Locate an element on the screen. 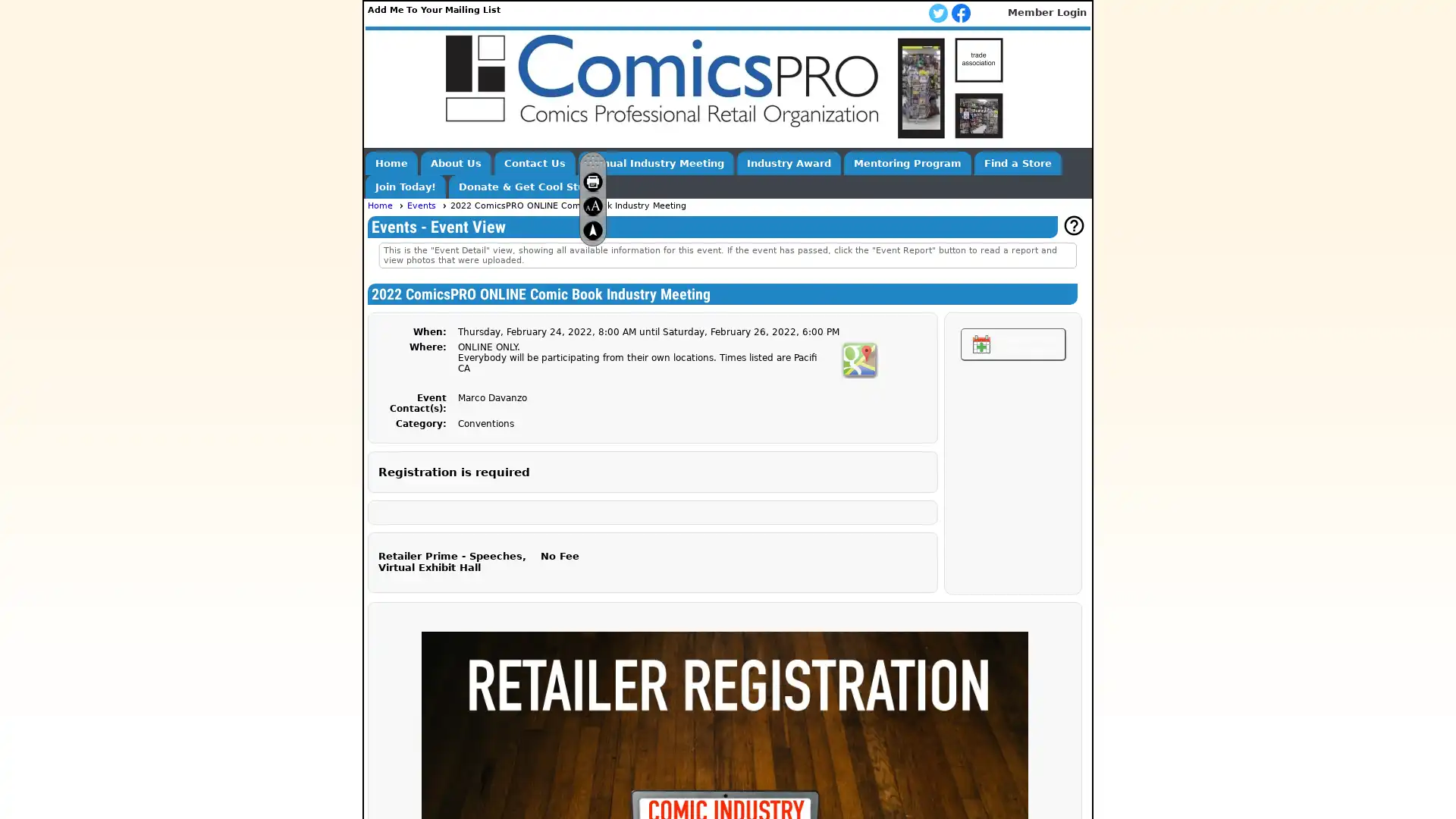  Add to my Calendar is located at coordinates (1012, 344).